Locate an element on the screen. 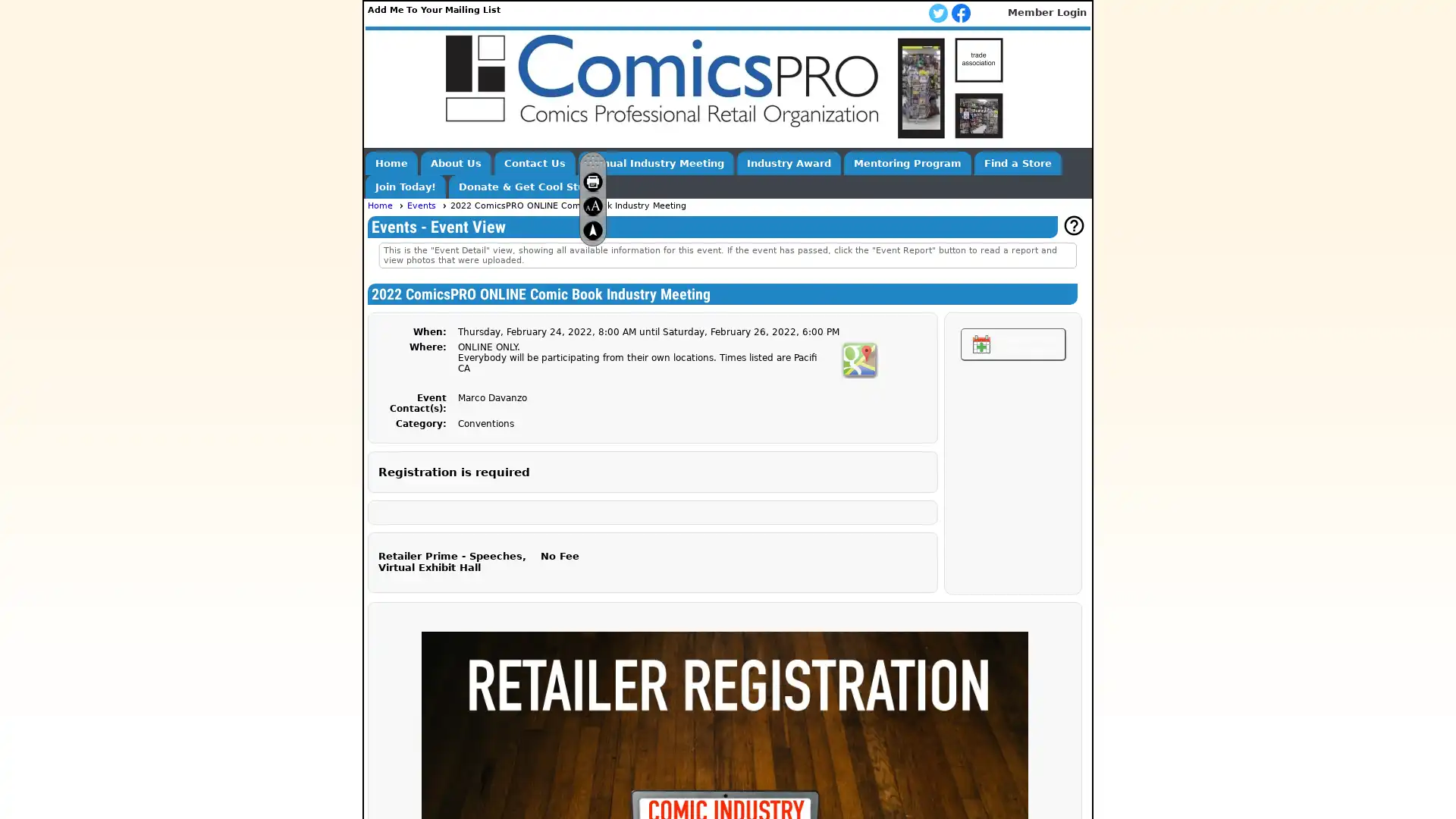  Add to my Calendar is located at coordinates (1012, 344).